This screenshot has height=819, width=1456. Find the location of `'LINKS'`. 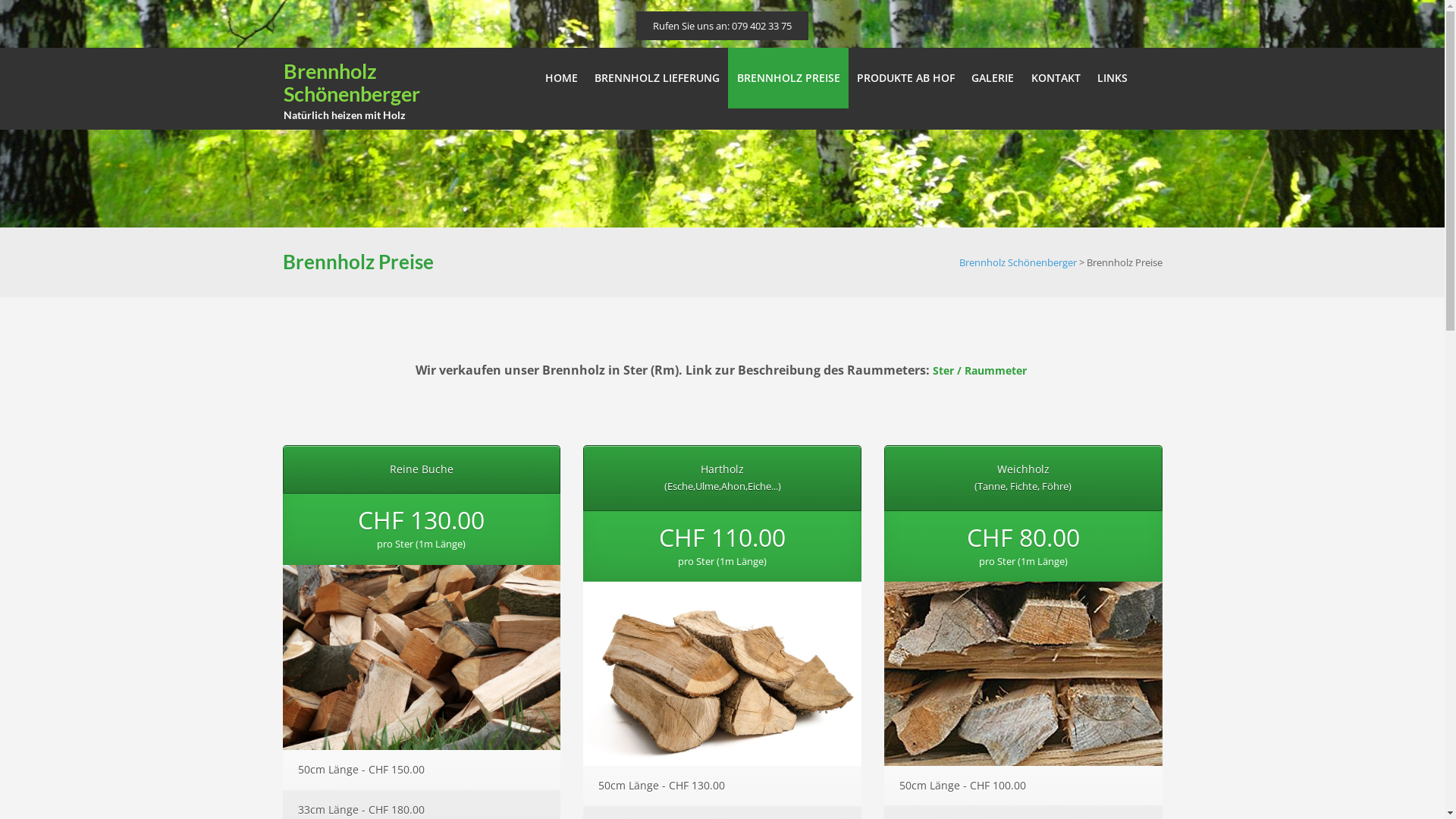

'LINKS' is located at coordinates (1112, 78).